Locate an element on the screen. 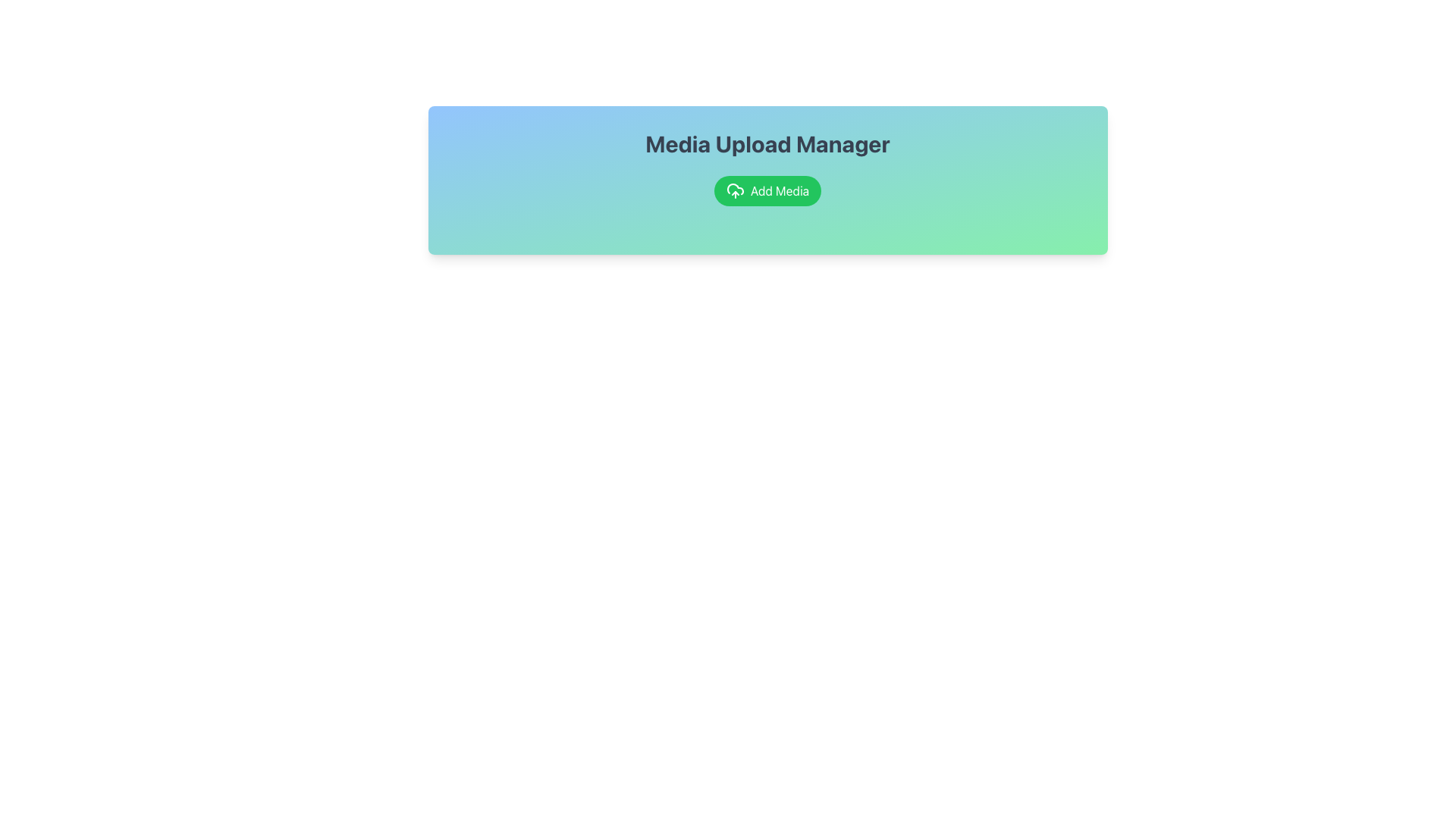  the green button in the Media Upload Manager module is located at coordinates (767, 180).